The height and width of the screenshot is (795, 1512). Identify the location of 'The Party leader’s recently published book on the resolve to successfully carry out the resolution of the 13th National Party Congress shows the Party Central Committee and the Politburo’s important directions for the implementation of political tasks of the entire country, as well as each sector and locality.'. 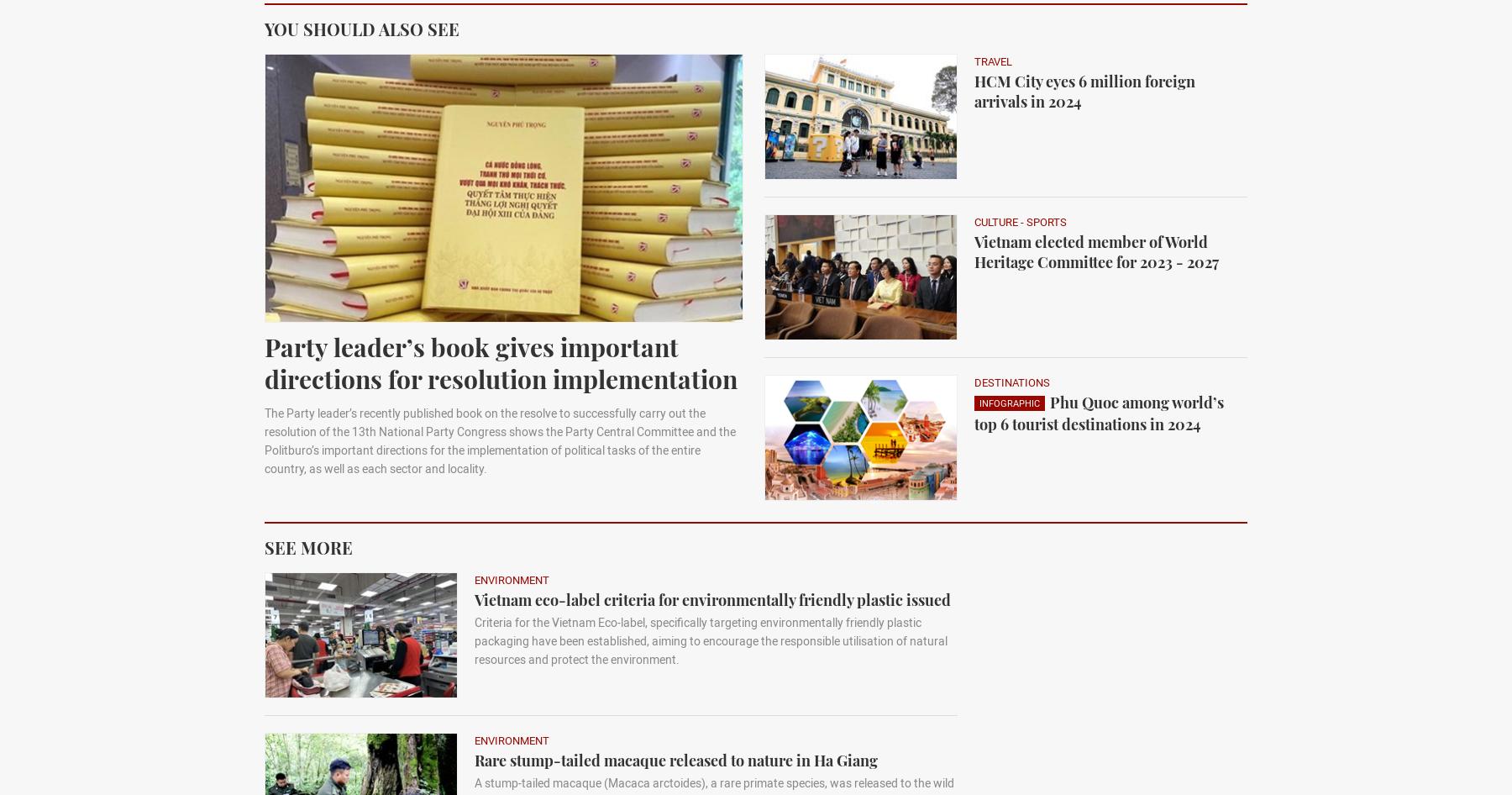
(500, 440).